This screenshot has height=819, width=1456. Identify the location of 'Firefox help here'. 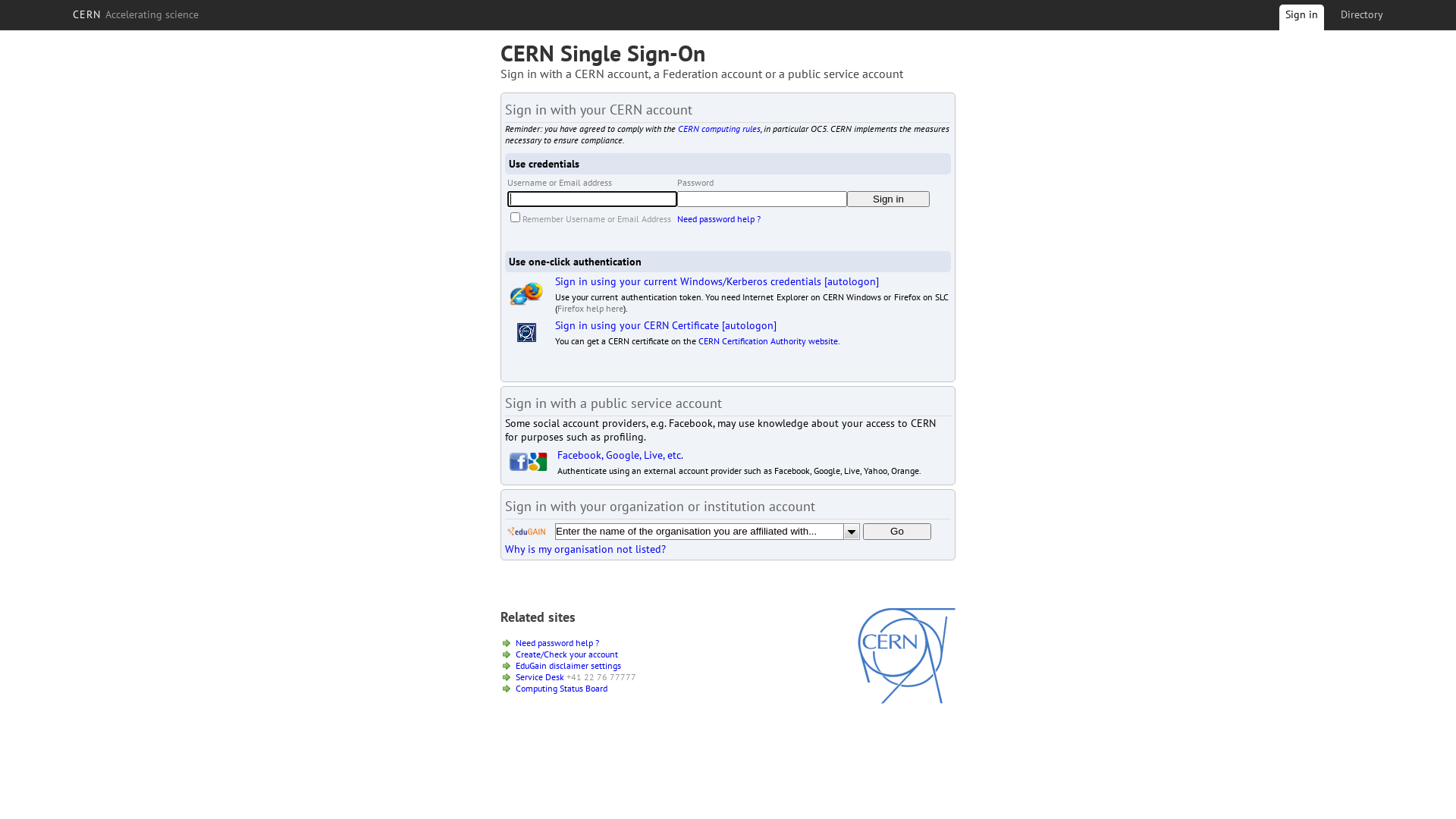
(556, 307).